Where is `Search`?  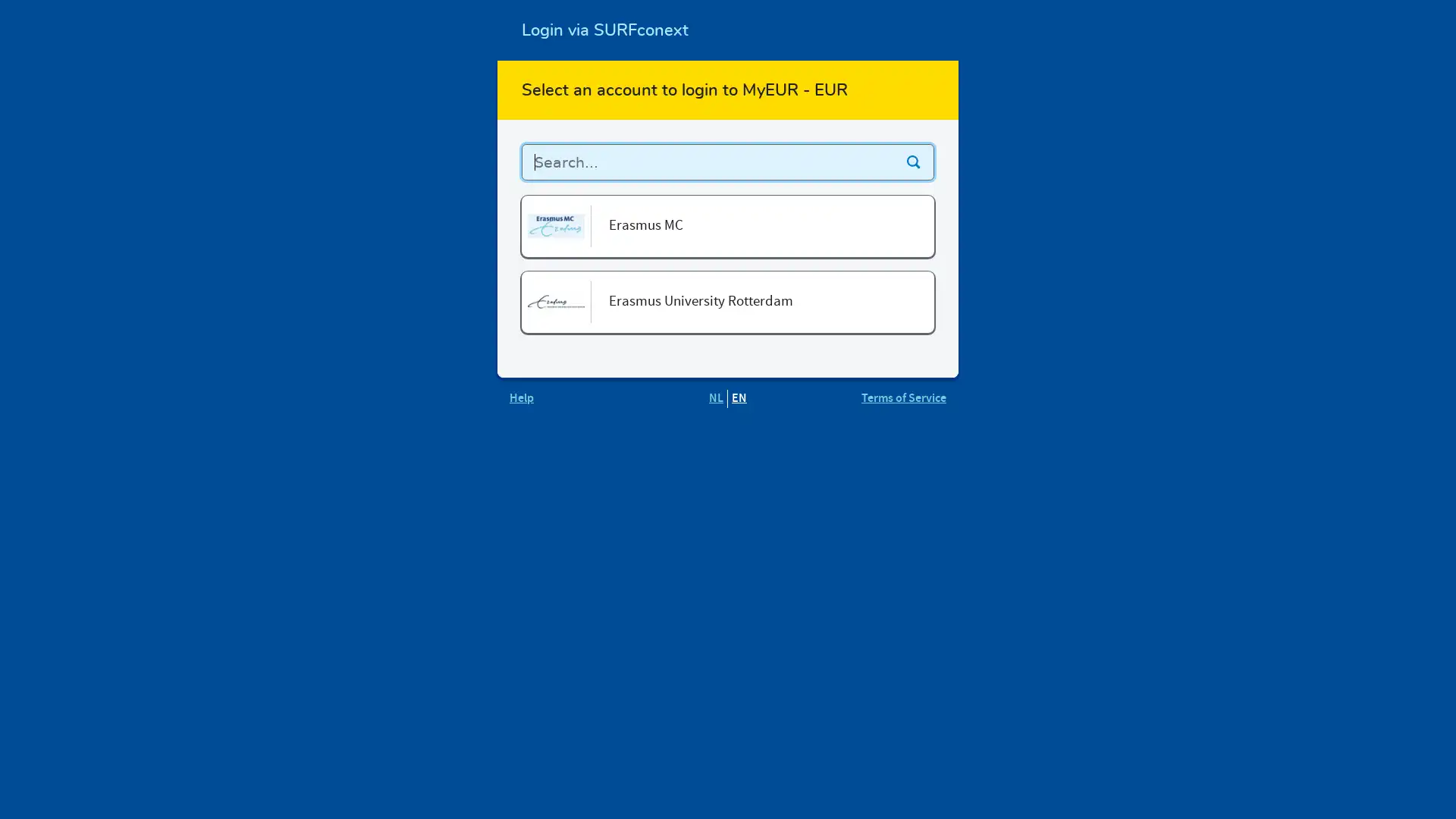
Search is located at coordinates (912, 162).